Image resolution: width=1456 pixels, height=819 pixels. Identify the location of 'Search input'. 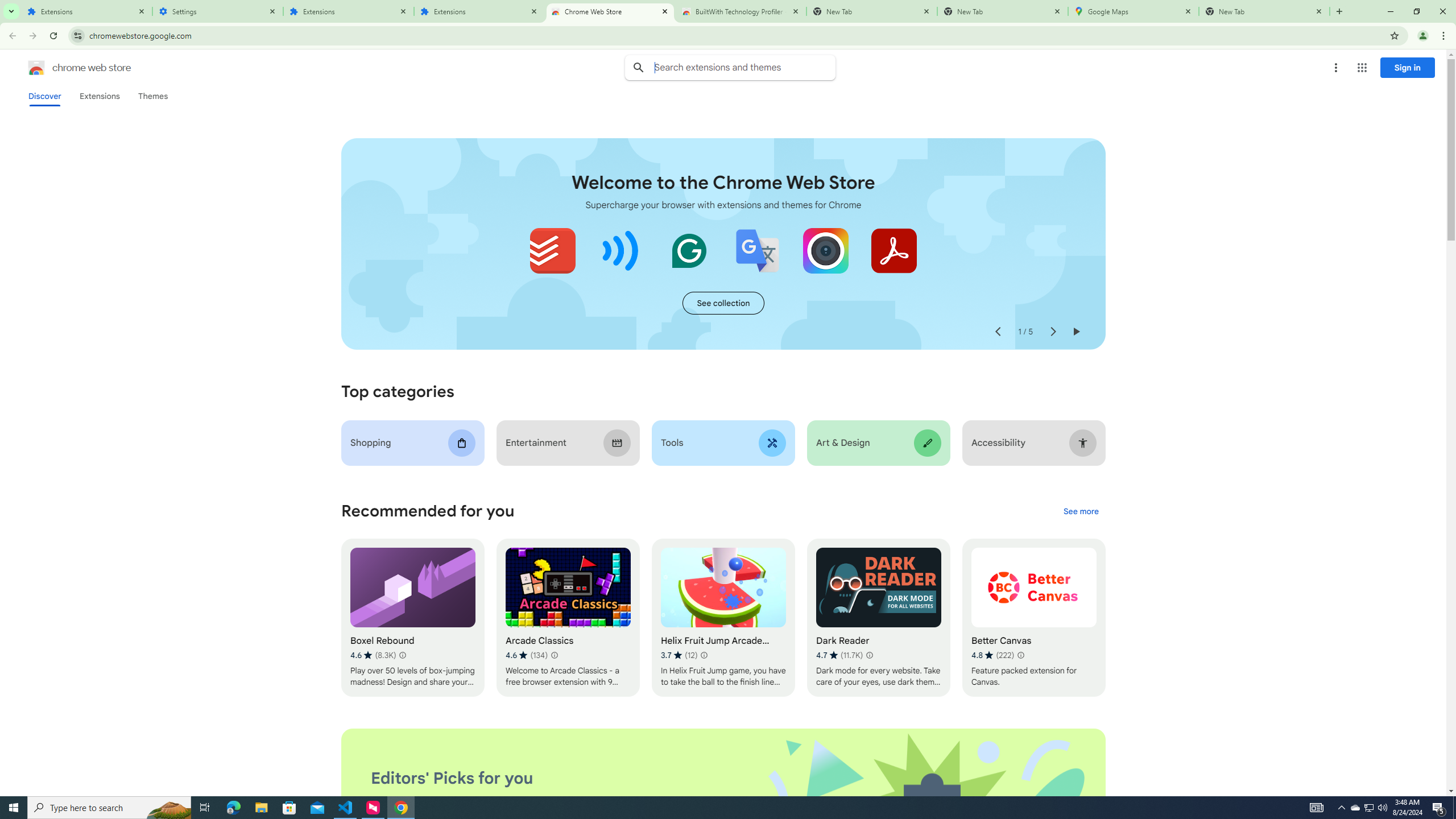
(744, 67).